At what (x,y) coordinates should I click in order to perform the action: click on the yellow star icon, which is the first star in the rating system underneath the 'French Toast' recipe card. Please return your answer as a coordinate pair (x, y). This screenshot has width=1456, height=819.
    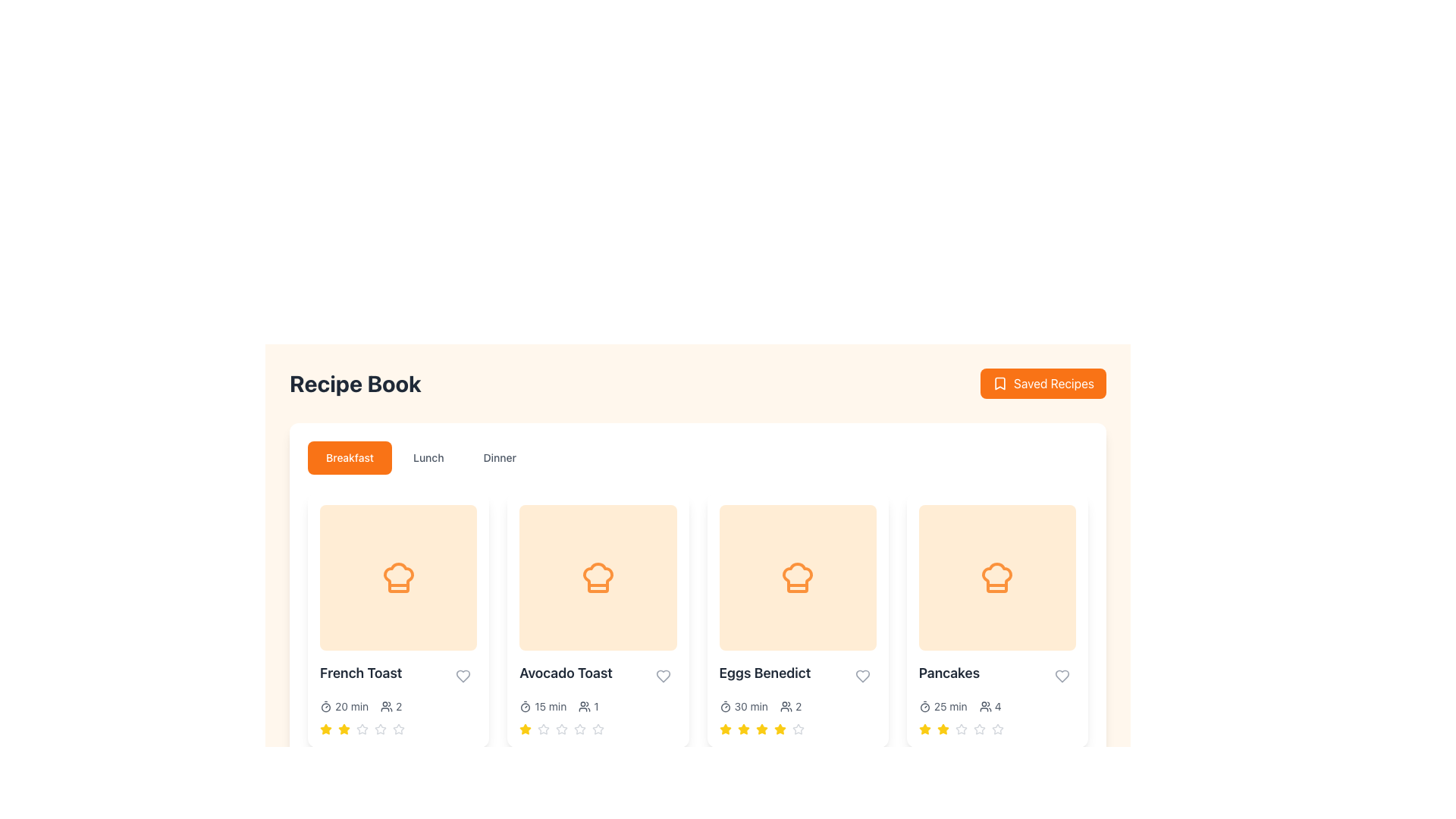
    Looking at the image, I should click on (344, 728).